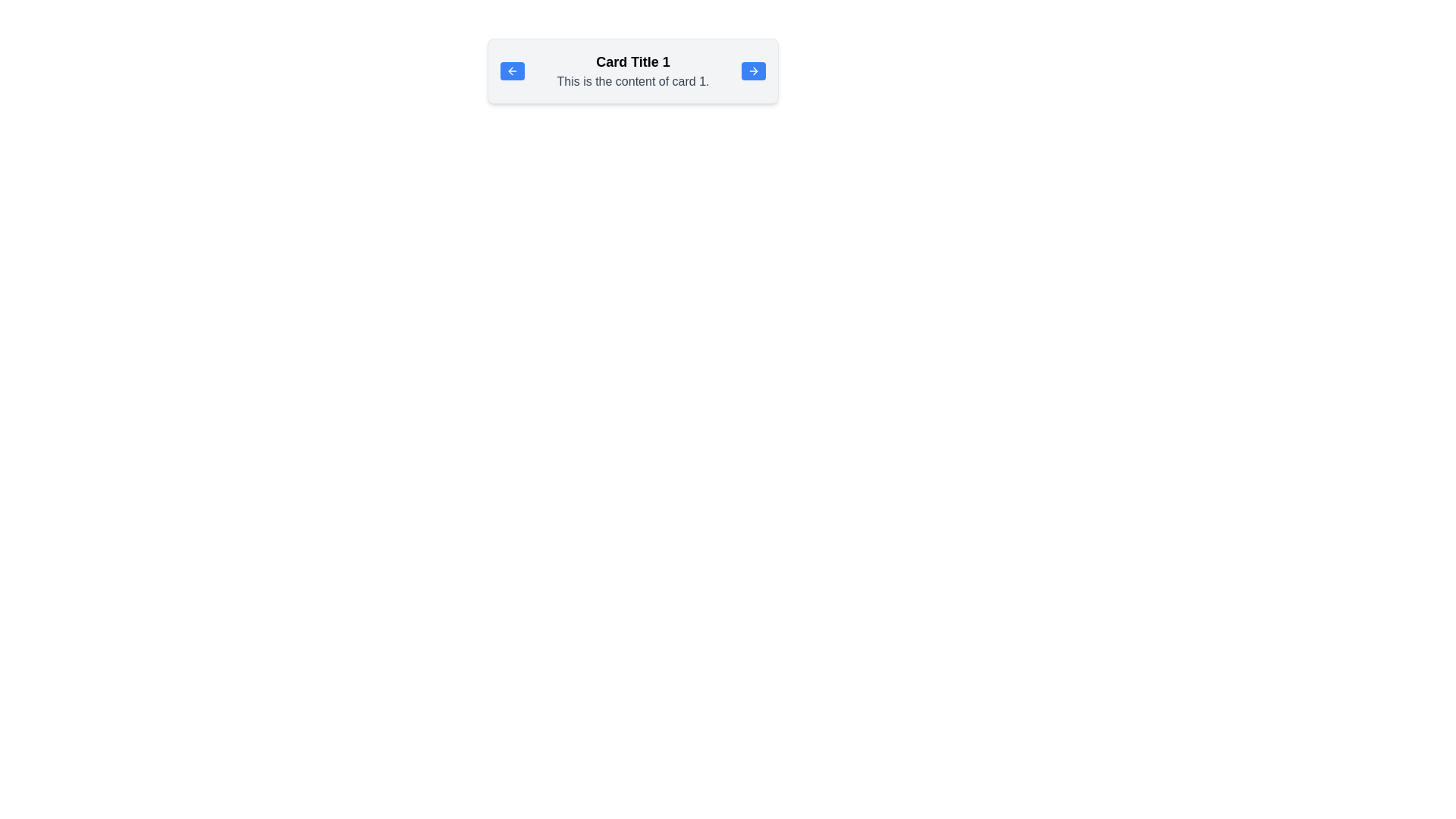  I want to click on the arrowhead graphic icon located within the small button on the right-hand side of the card, so click(755, 71).